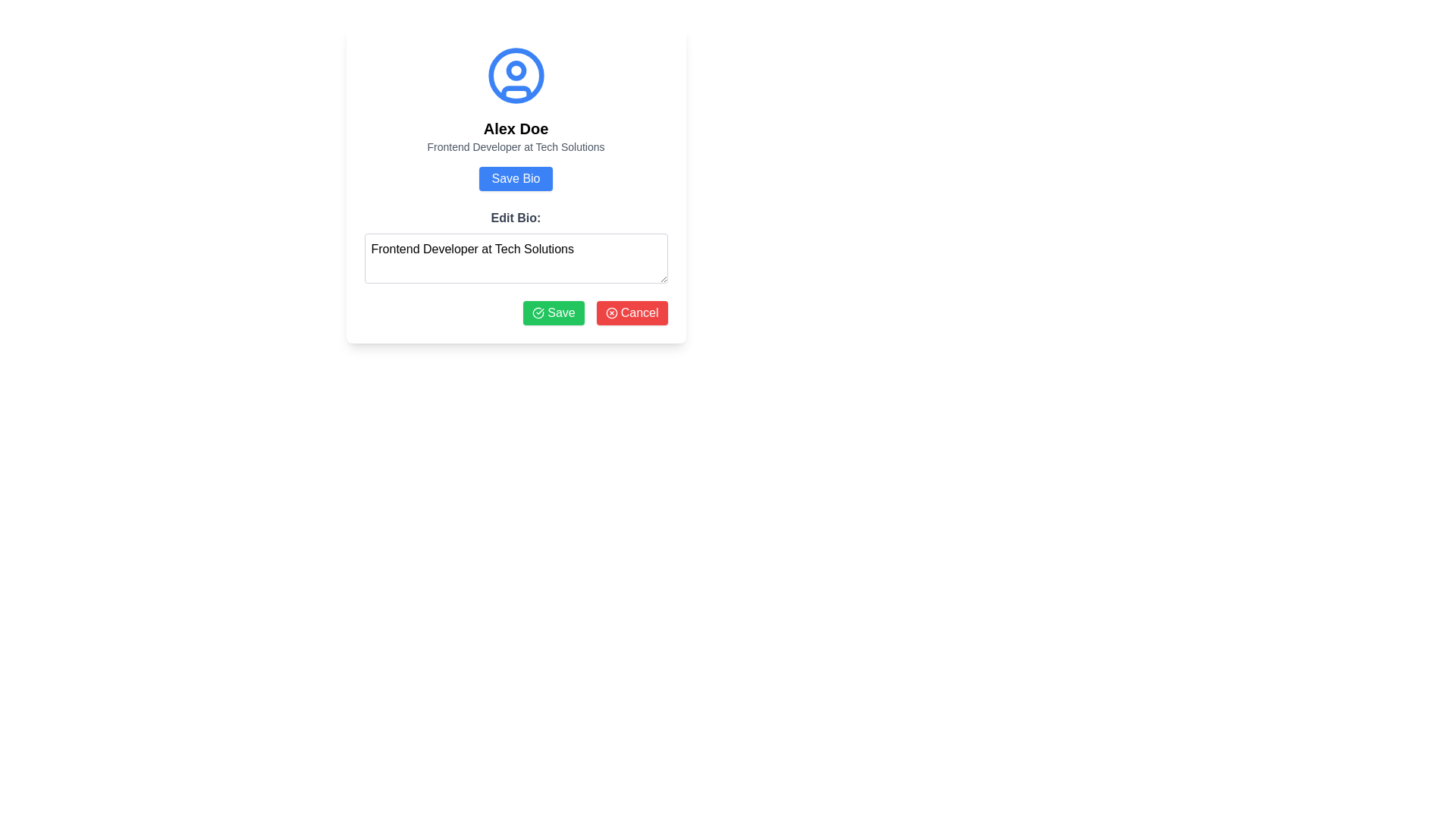  I want to click on the 'Edit Bio:' label, which is a bold gray text label located above the bio input field and below the 'Save Bio' button, so click(516, 218).